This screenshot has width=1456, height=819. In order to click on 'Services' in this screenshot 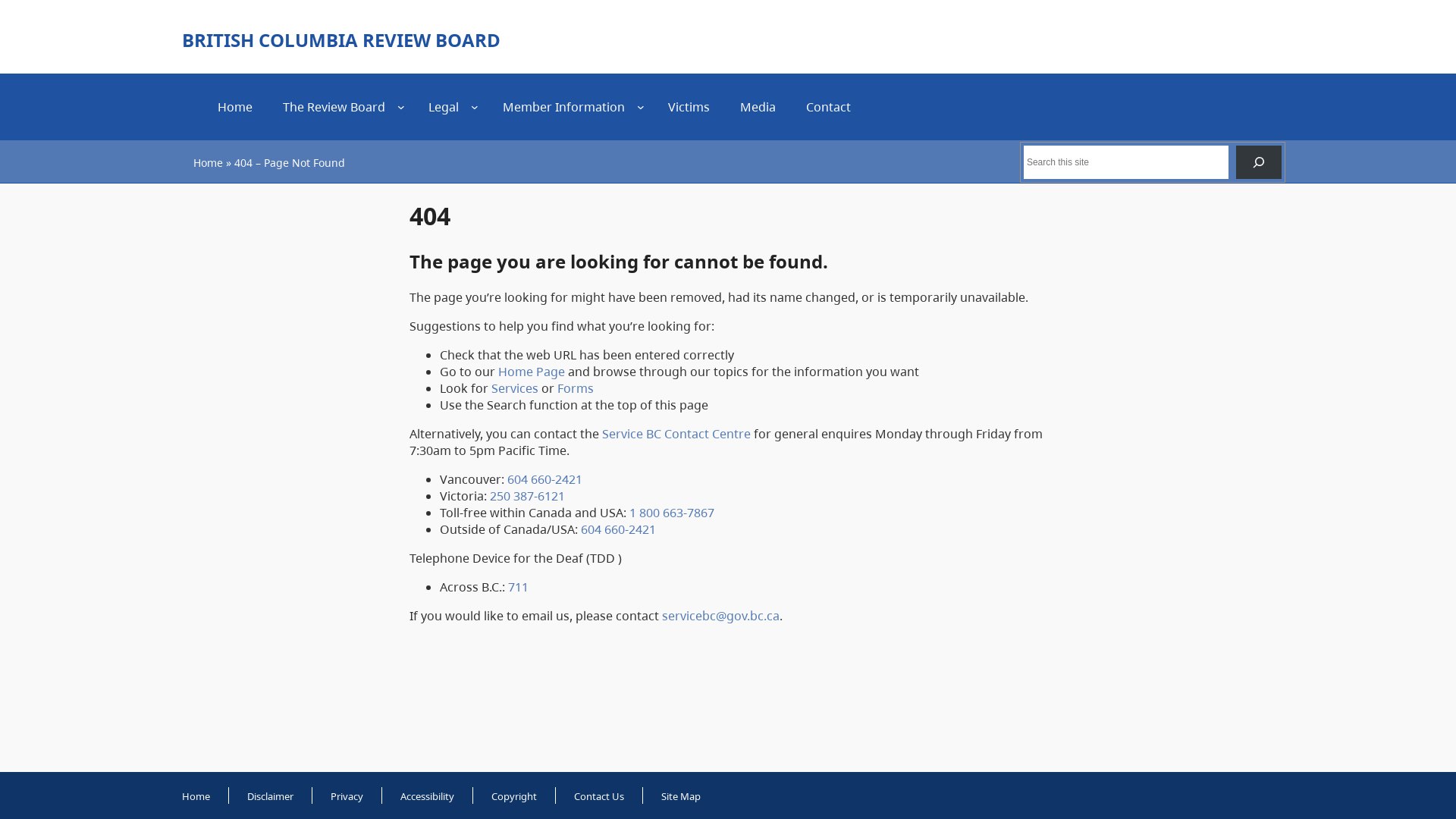, I will do `click(491, 388)`.